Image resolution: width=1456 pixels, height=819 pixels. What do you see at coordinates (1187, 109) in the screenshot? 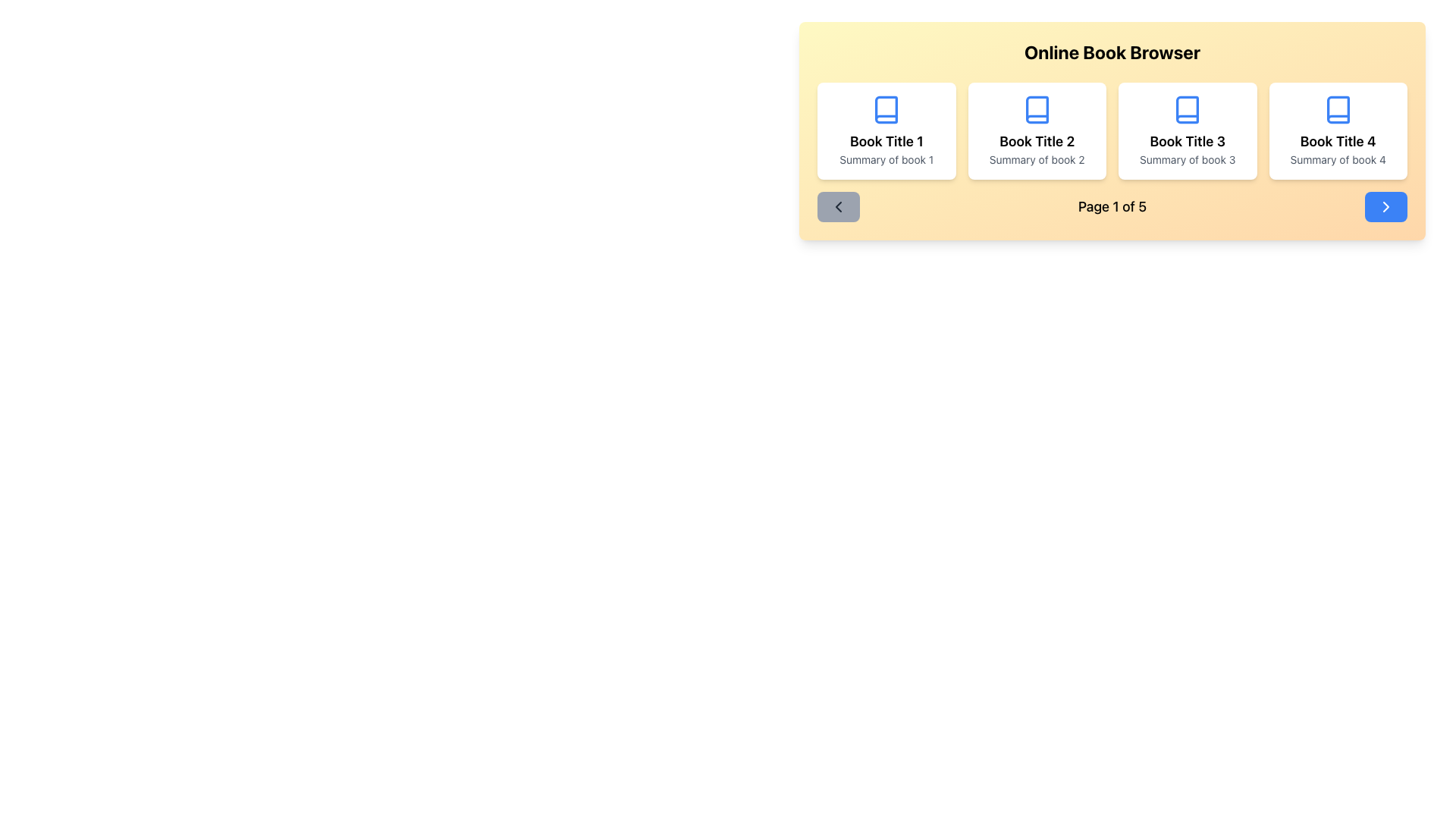
I see `the book icon located at the top center of the card for 'Book Title 3', which visually aids in identifying the content of the card` at bounding box center [1187, 109].